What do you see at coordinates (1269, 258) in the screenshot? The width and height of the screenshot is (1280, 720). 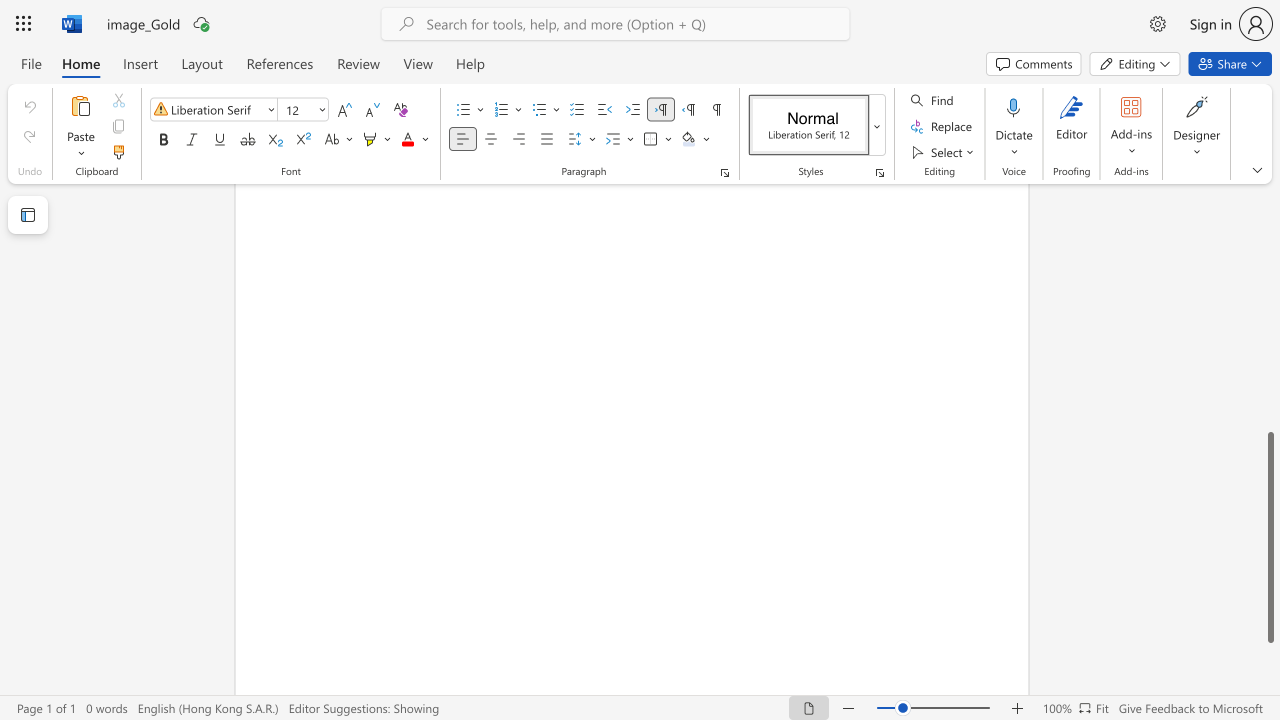 I see `the scrollbar to move the page upward` at bounding box center [1269, 258].